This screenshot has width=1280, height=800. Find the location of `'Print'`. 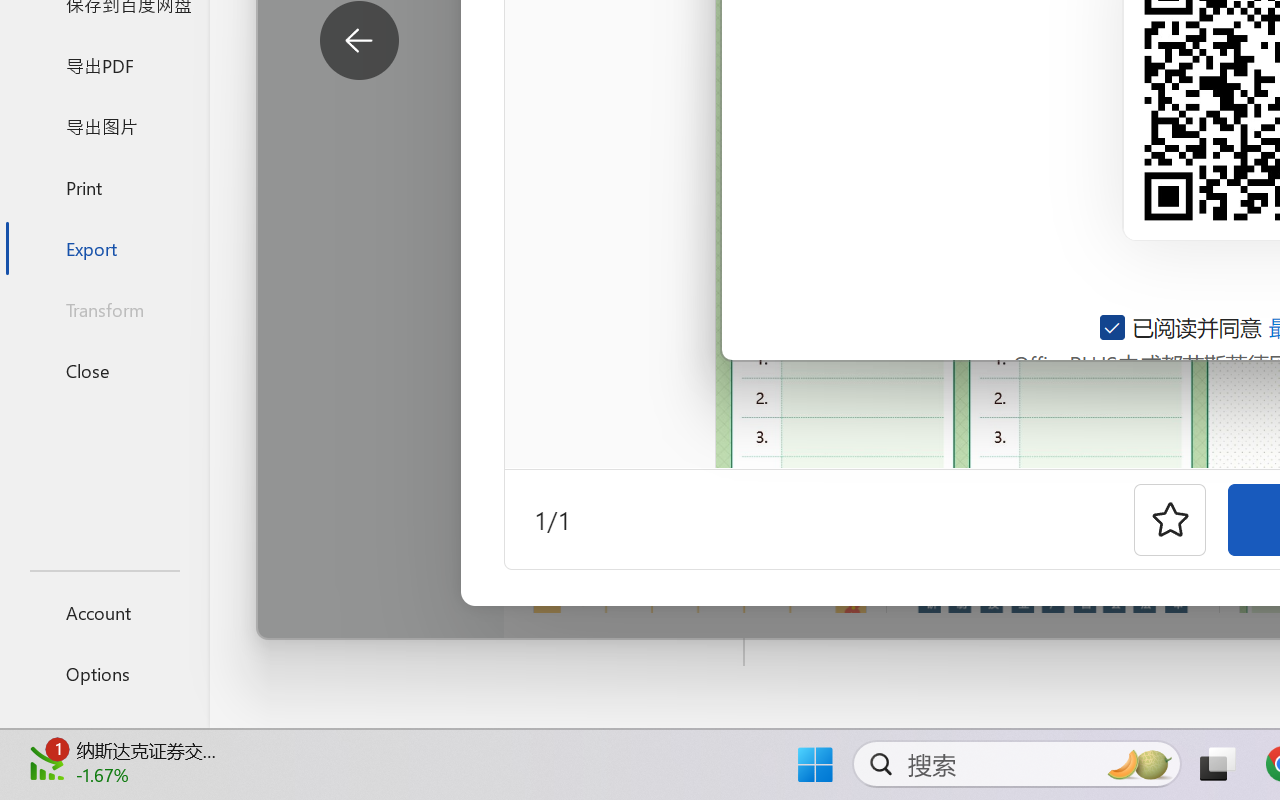

'Print' is located at coordinates (103, 186).